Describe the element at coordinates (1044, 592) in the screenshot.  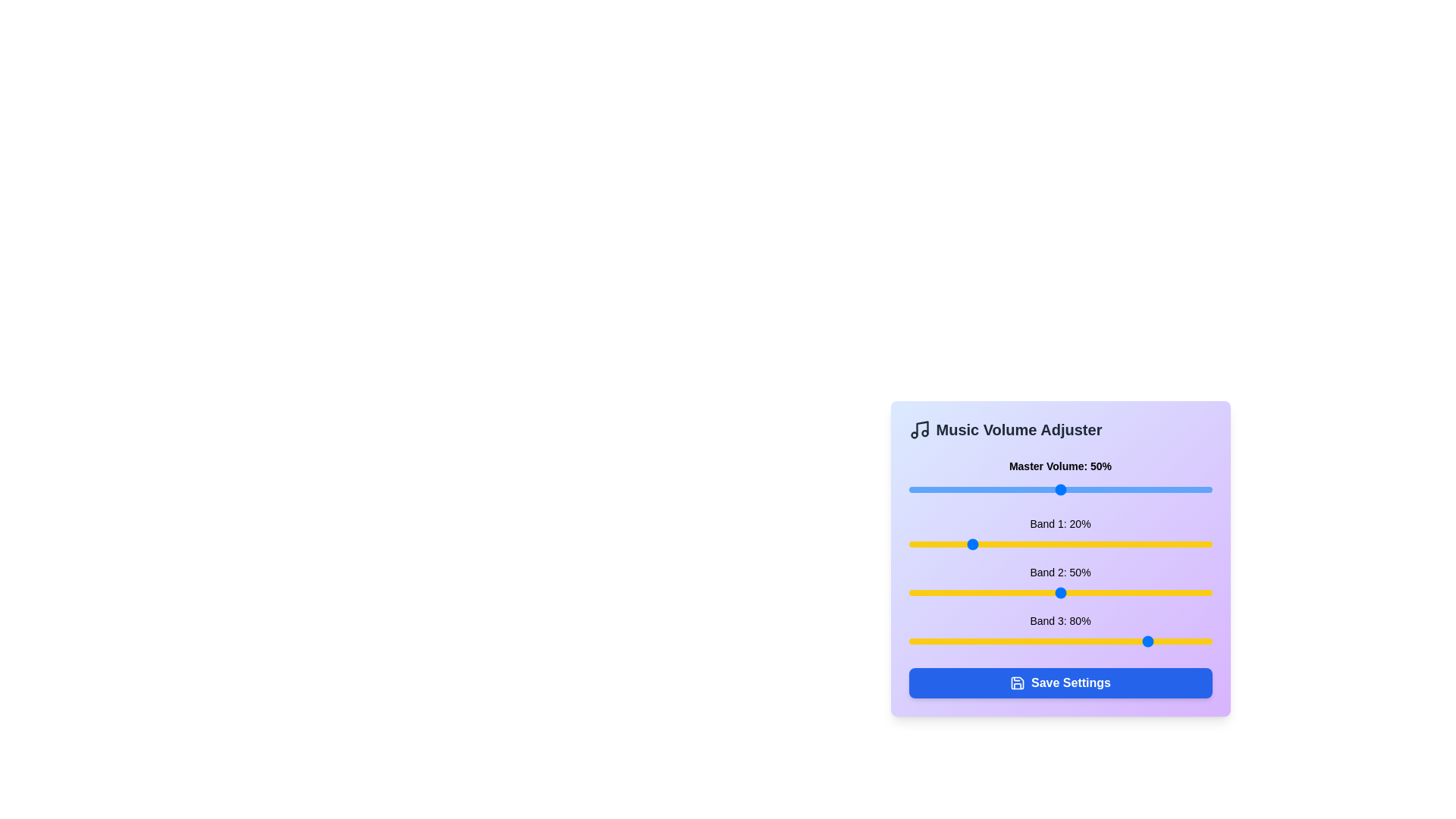
I see `'Band 2' value` at that location.